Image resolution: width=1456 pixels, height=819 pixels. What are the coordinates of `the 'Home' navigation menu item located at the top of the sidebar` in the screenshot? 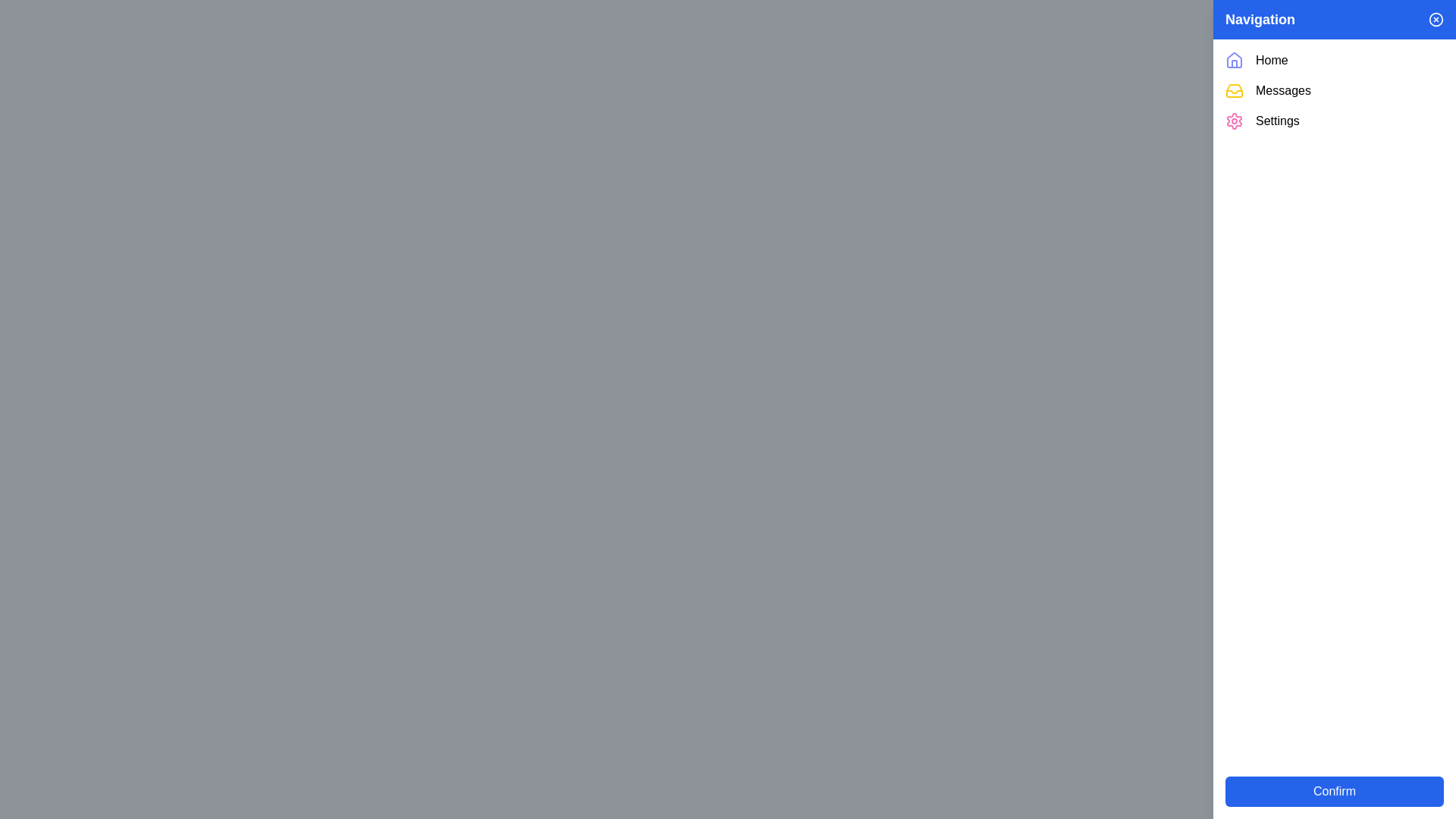 It's located at (1335, 60).